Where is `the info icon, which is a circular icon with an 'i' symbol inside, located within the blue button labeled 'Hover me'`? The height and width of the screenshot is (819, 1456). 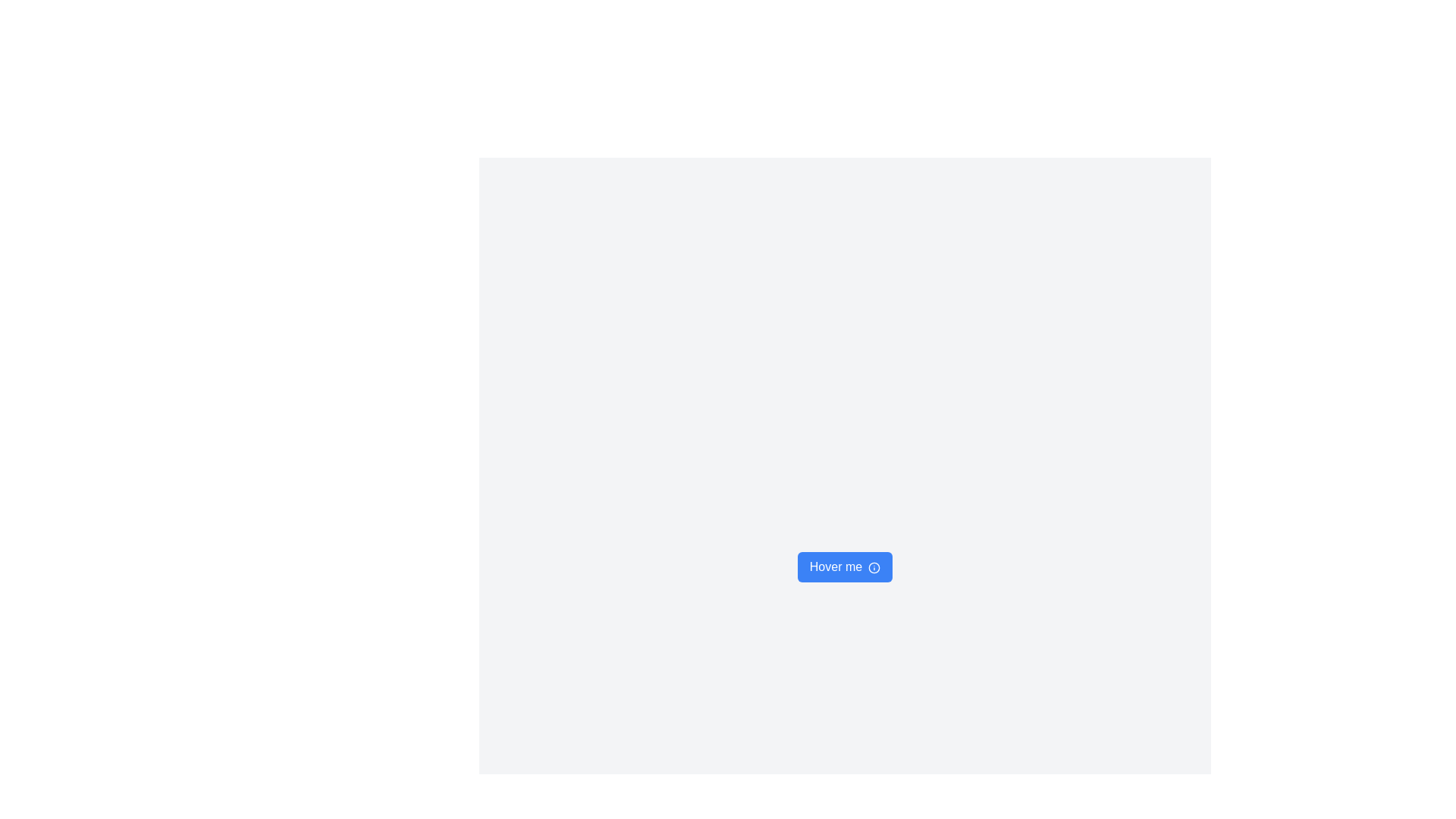
the info icon, which is a circular icon with an 'i' symbol inside, located within the blue button labeled 'Hover me' is located at coordinates (874, 566).